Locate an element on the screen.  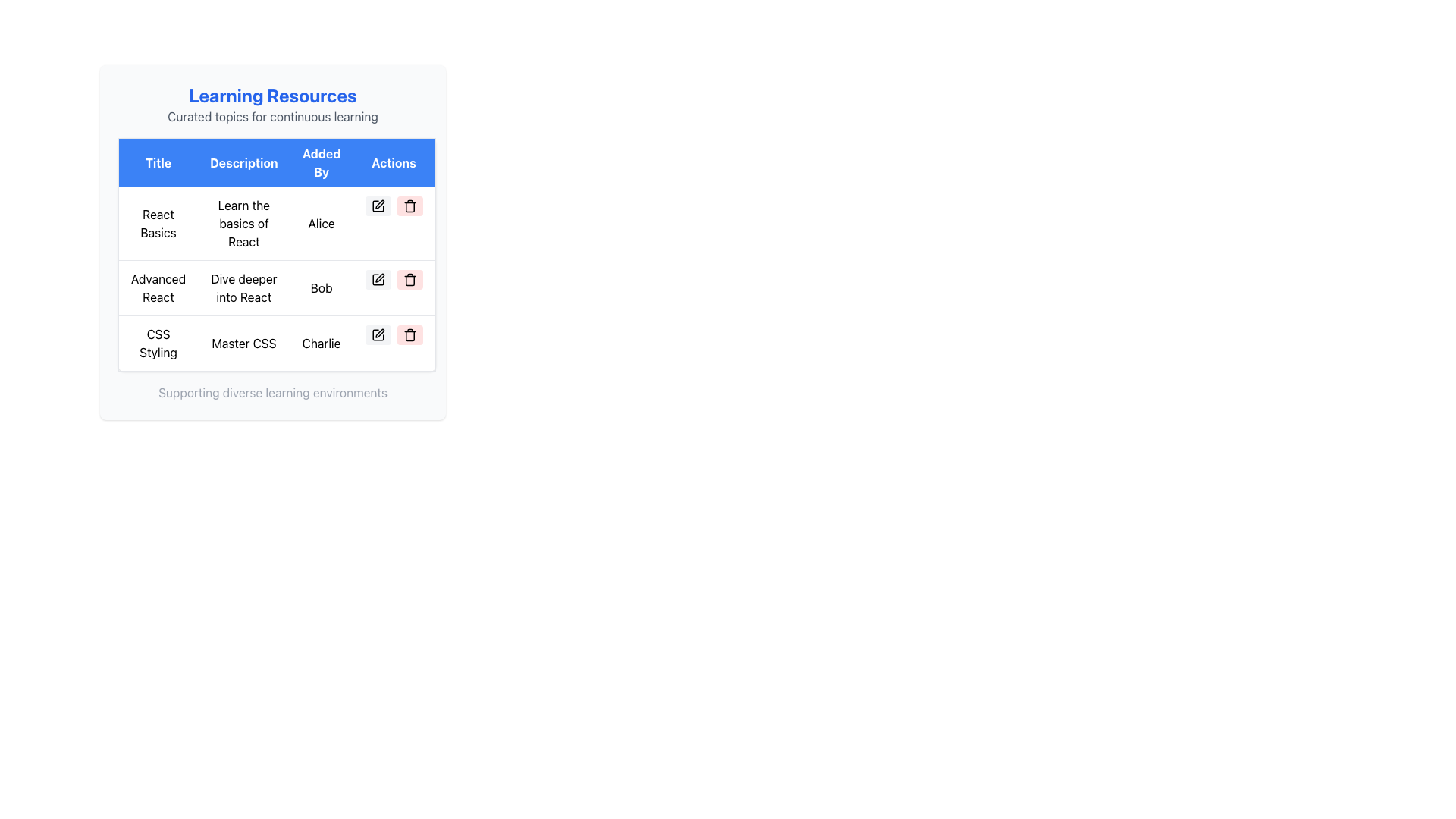
the static text label displaying 'Advanced React', which is bold and centered in the second row of the table under the 'Title' column is located at coordinates (158, 288).